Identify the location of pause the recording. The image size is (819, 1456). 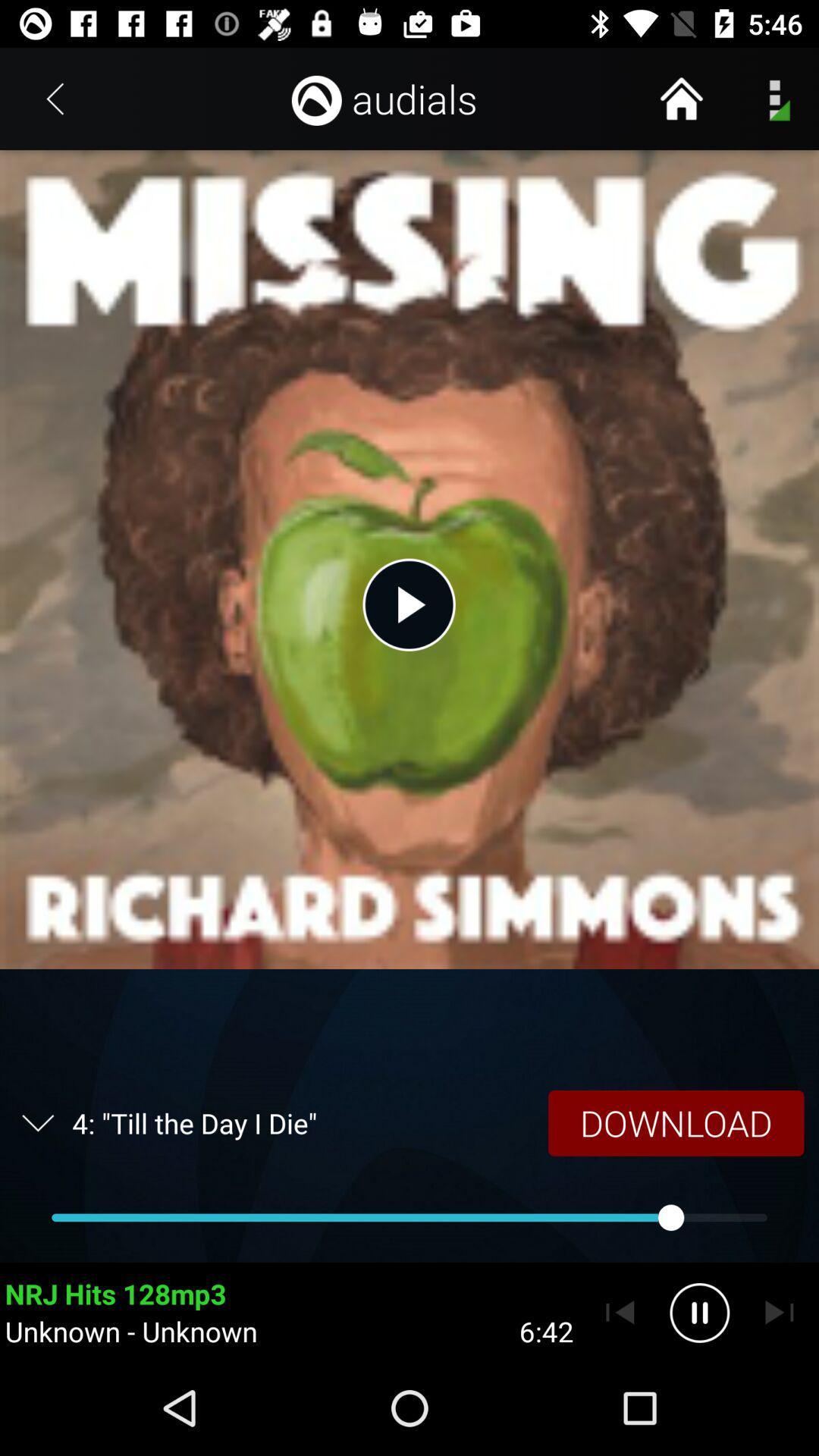
(699, 1312).